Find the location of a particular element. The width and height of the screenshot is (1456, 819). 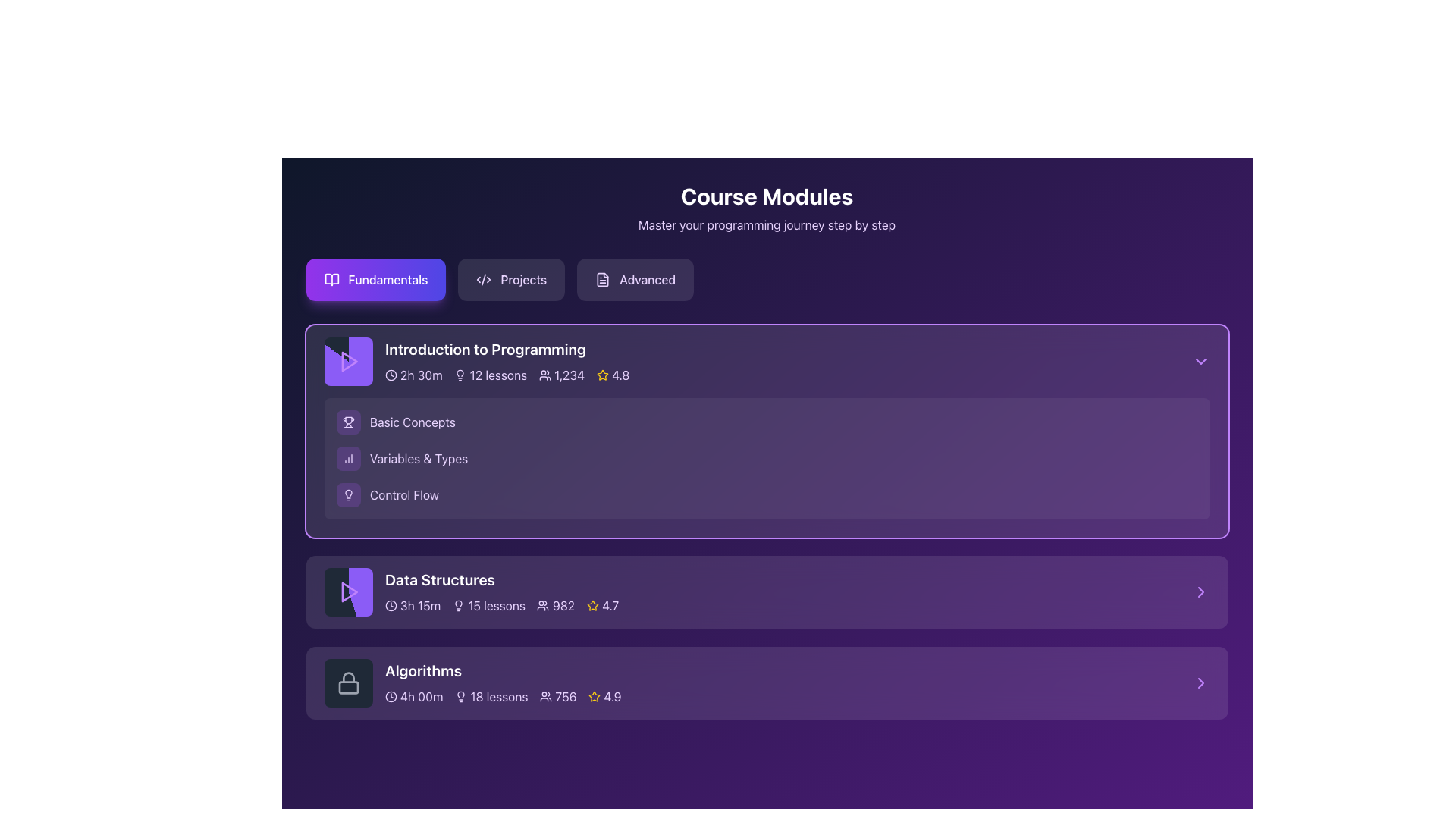

the book icon that signifies the 'Fundamentals' button related to education, located on the left side of the 'Fundamentals' button in the top left section of the interface is located at coordinates (331, 280).